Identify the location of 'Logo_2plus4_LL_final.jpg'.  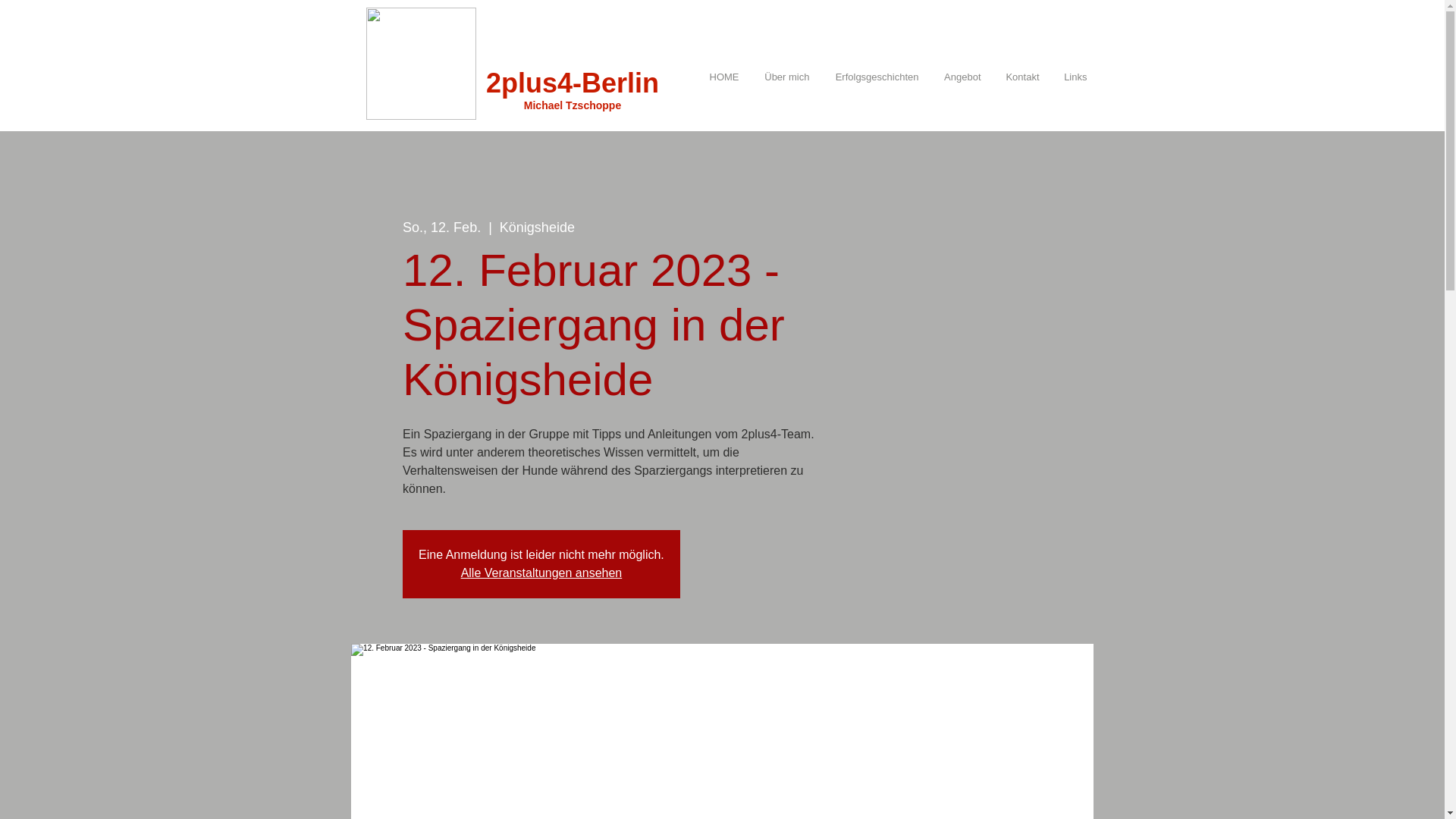
(420, 63).